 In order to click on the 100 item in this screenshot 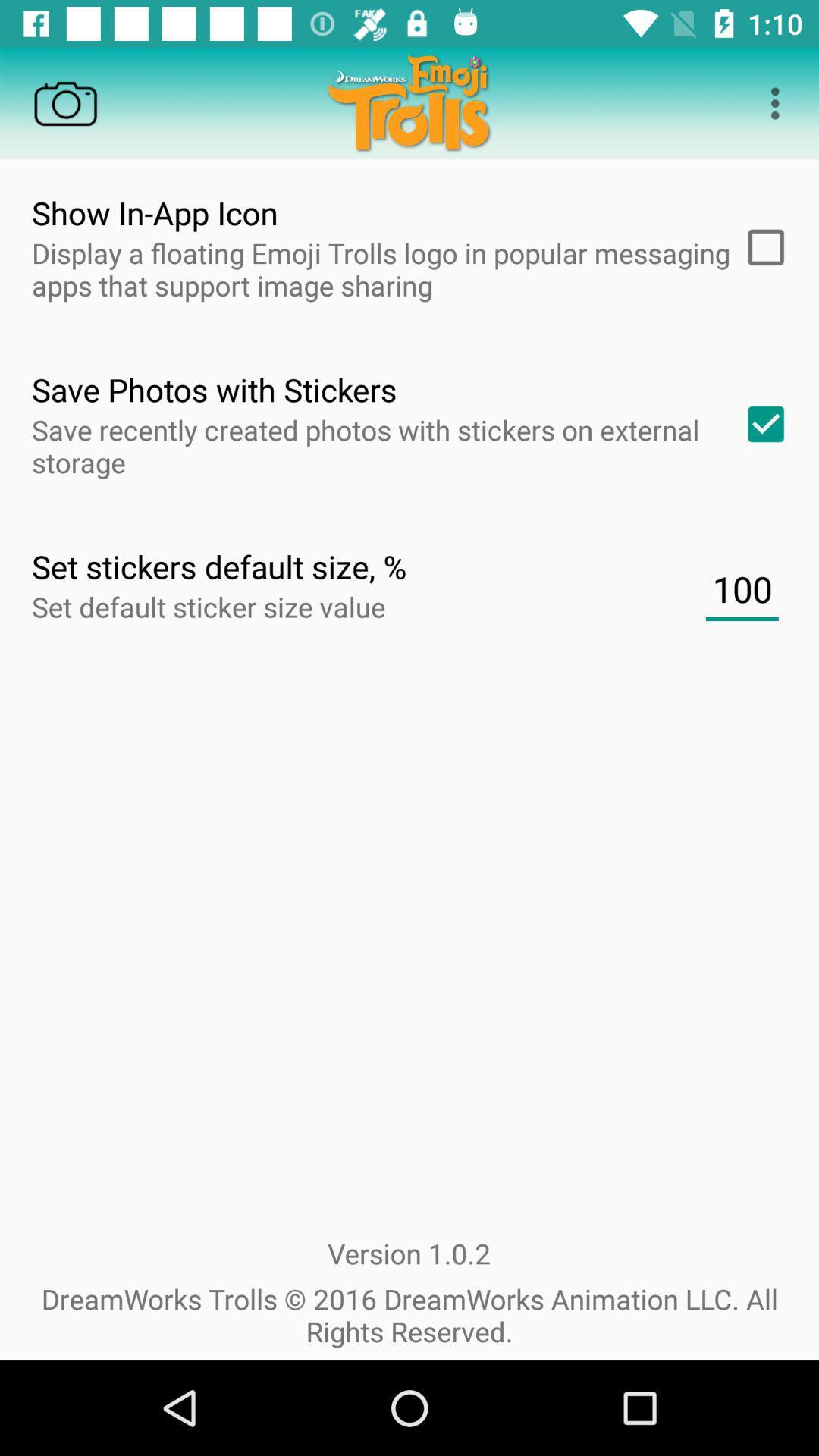, I will do `click(741, 588)`.